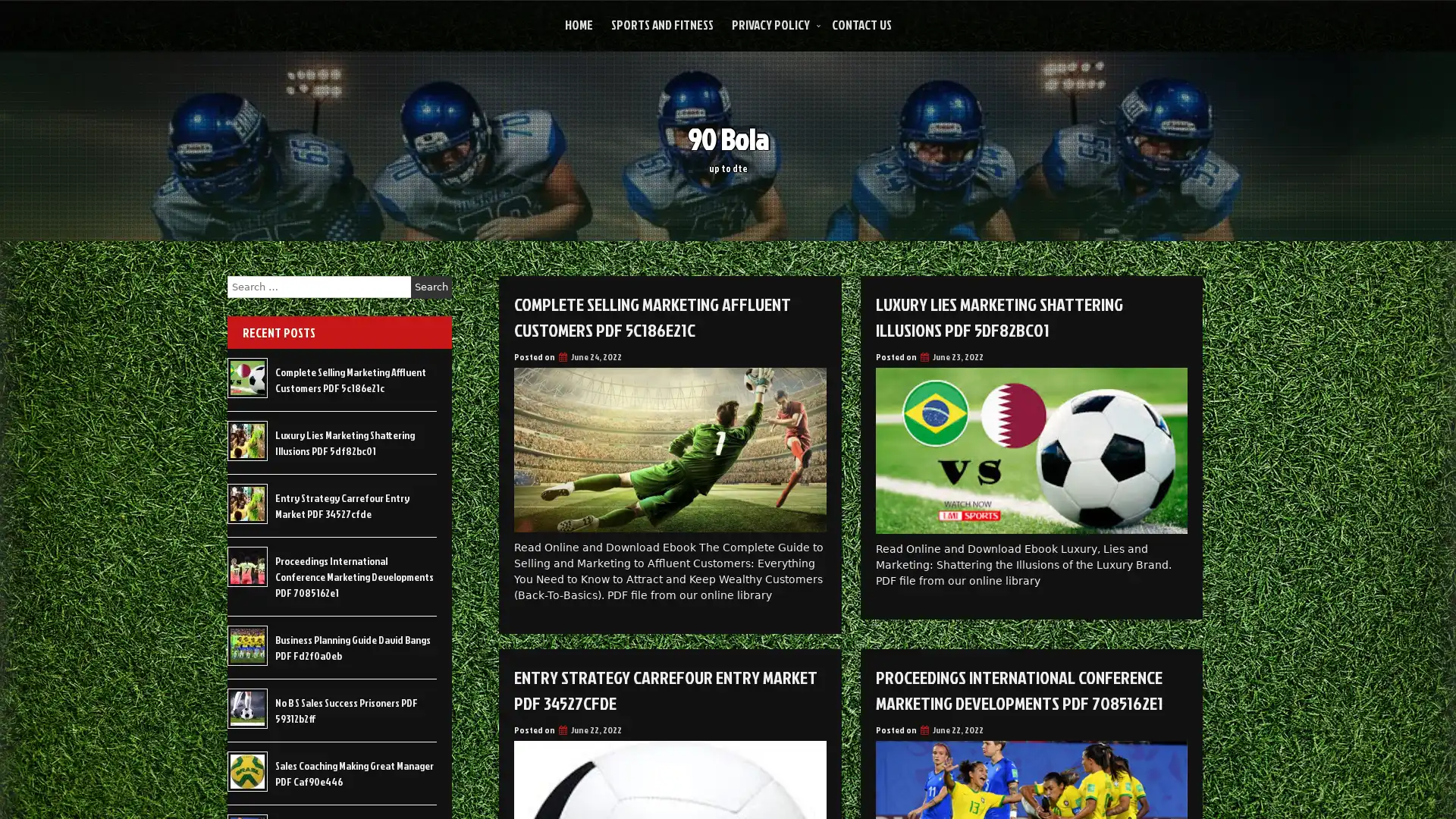 The image size is (1456, 819). I want to click on Search, so click(431, 287).